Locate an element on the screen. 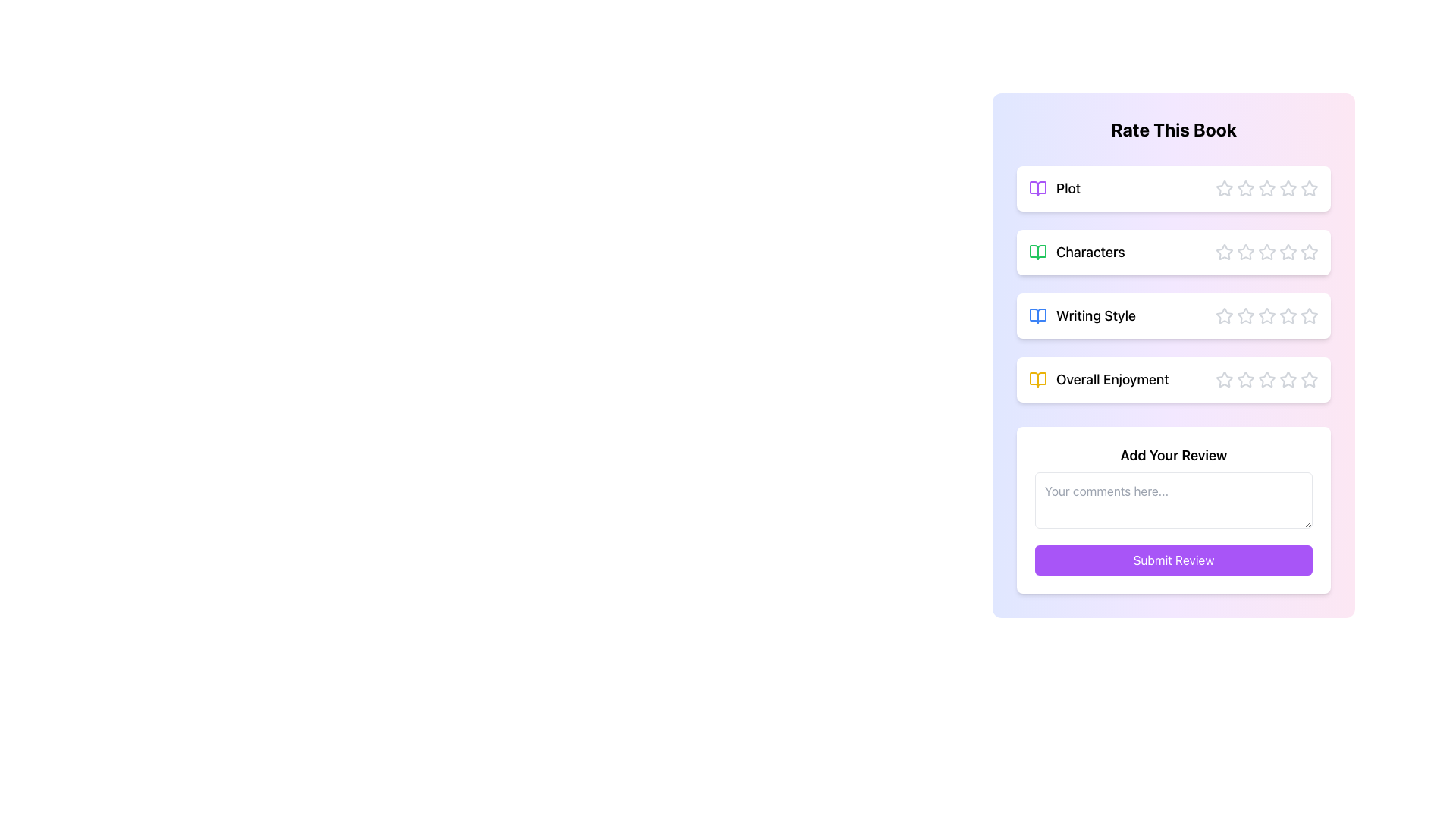 The height and width of the screenshot is (819, 1456). the first star-shaped rating icon in the overall enjoyment section, which has a hollow interior and a gray outline, located in the fourth row of the five-star rating system is located at coordinates (1224, 378).